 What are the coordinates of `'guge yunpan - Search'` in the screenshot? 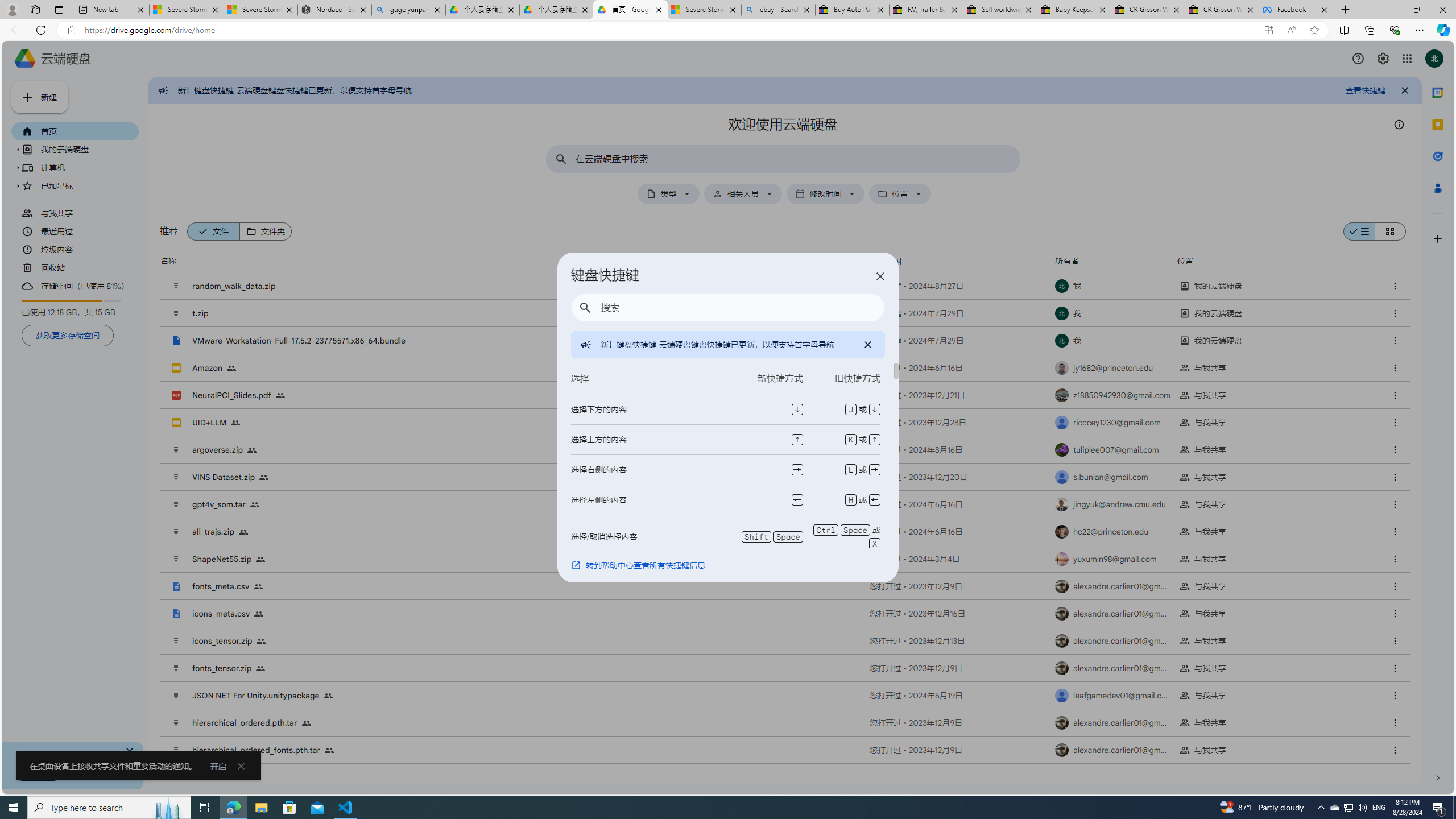 It's located at (408, 9).